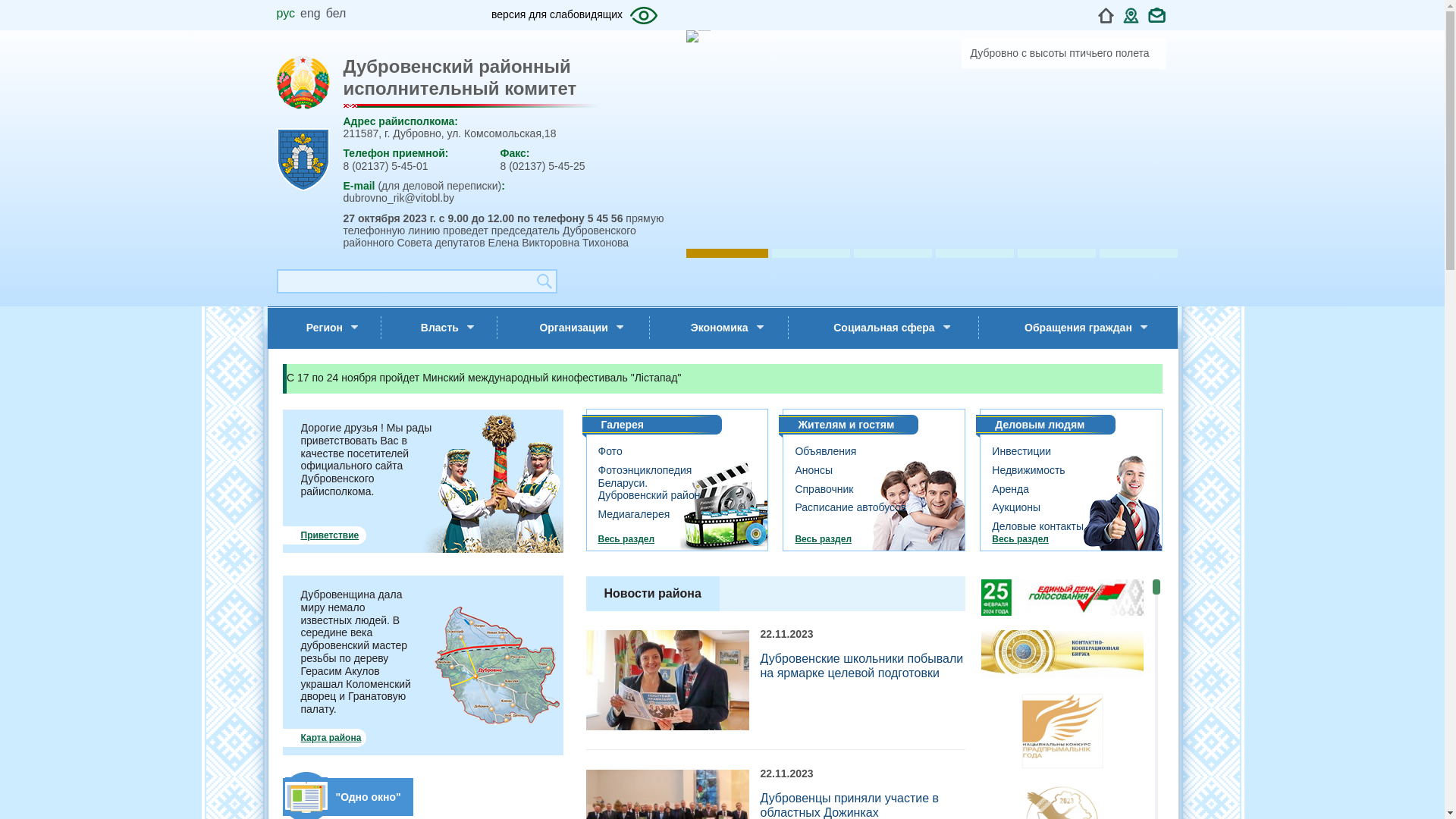 This screenshot has height=819, width=1456. I want to click on 'eng', so click(309, 13).